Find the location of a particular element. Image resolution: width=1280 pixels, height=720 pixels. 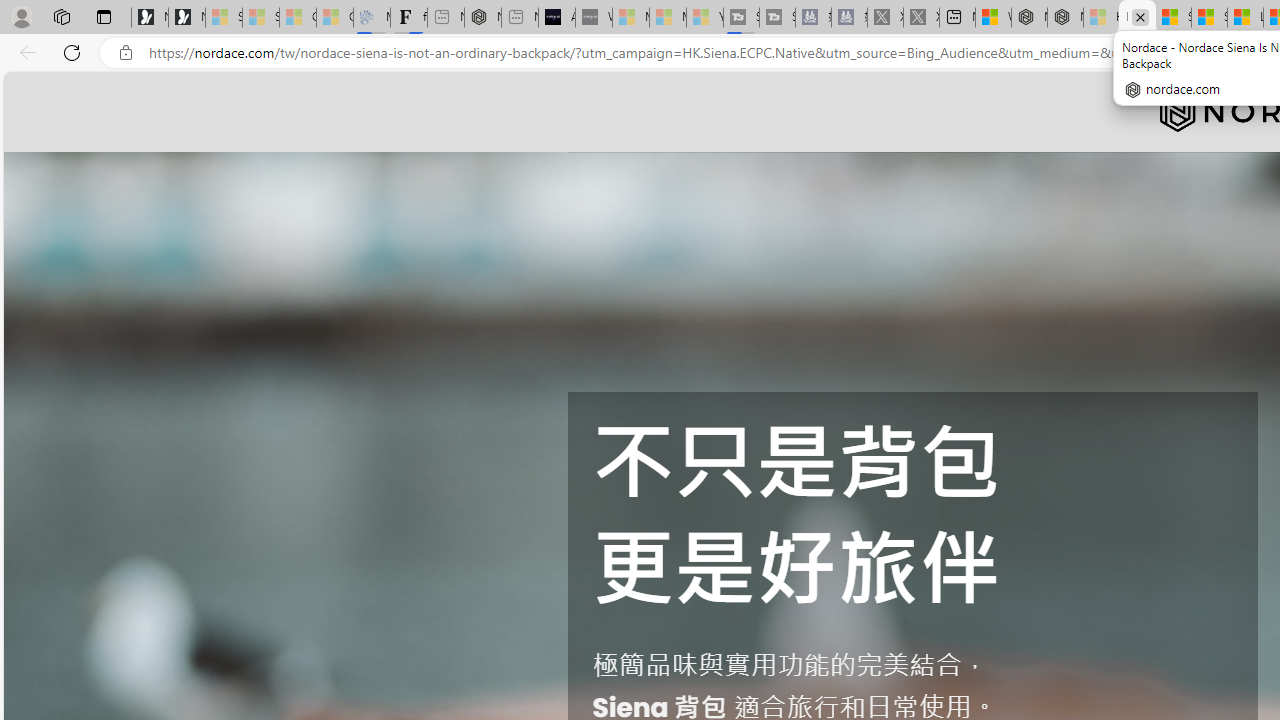

'Microsoft Start - Sleeping' is located at coordinates (668, 17).